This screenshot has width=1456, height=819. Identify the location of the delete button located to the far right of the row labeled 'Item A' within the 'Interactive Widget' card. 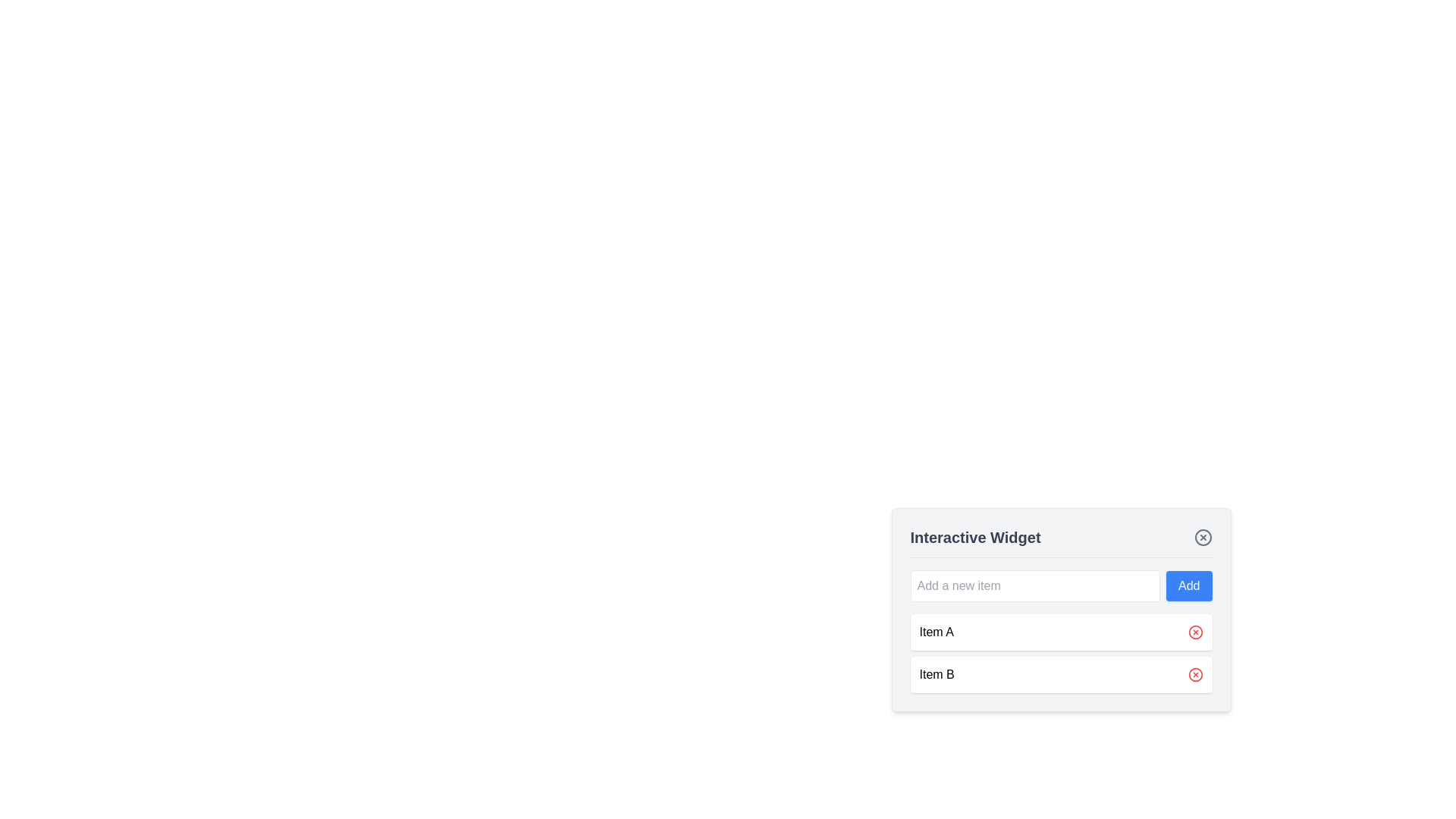
(1194, 632).